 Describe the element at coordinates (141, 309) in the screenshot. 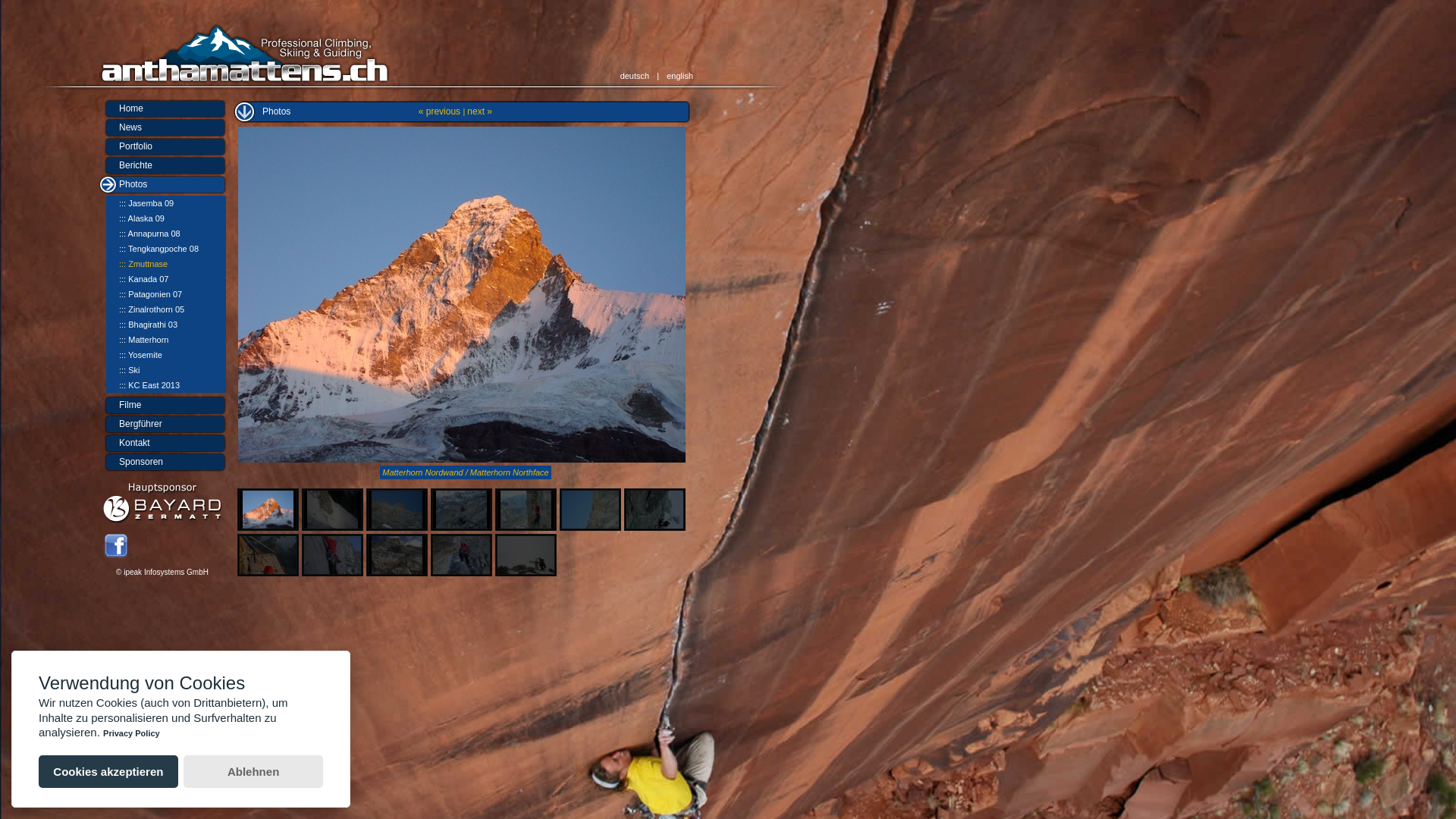

I see `'::: Zinalrothorn 05'` at that location.